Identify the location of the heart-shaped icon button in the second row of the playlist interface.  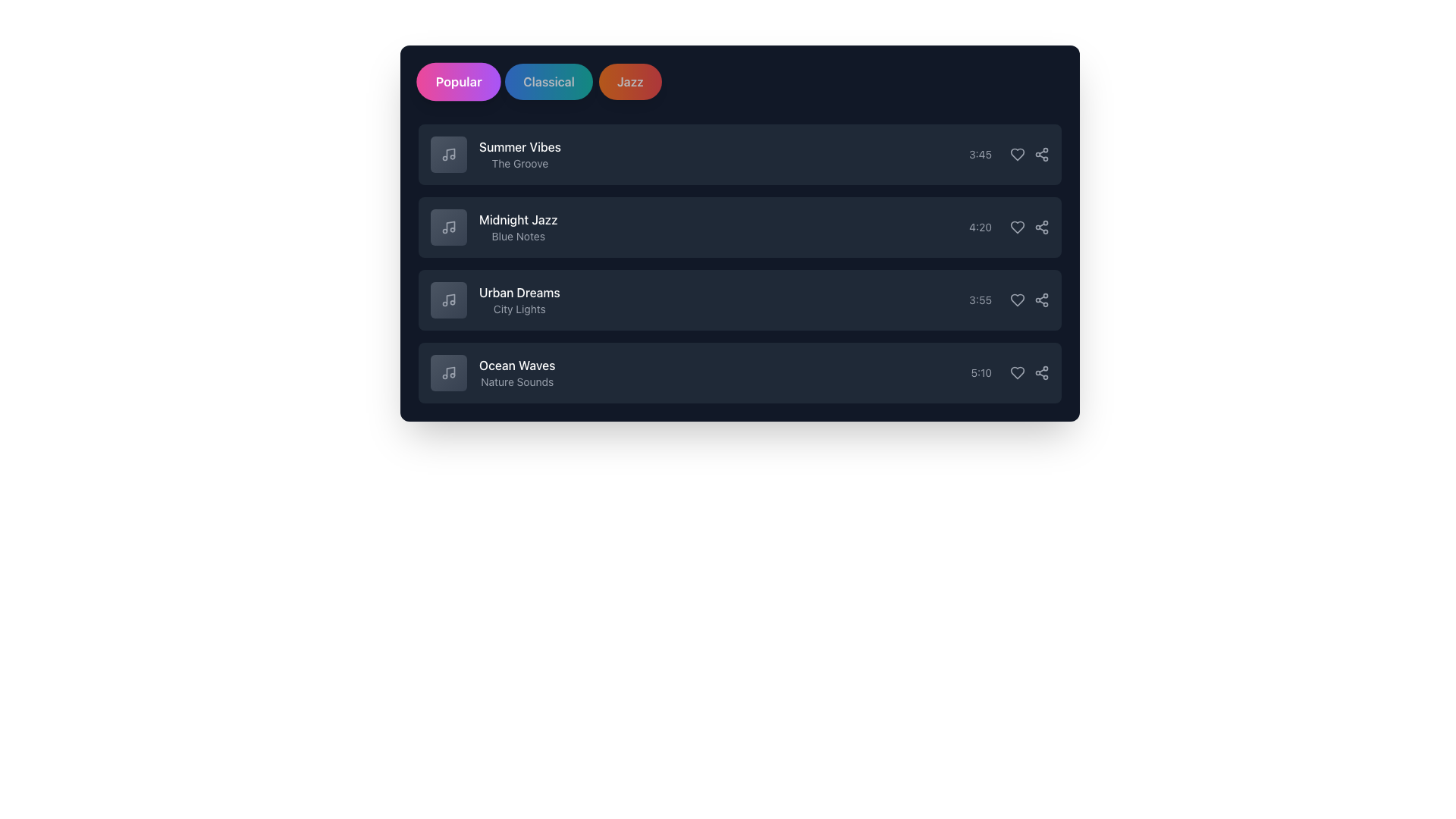
(1018, 227).